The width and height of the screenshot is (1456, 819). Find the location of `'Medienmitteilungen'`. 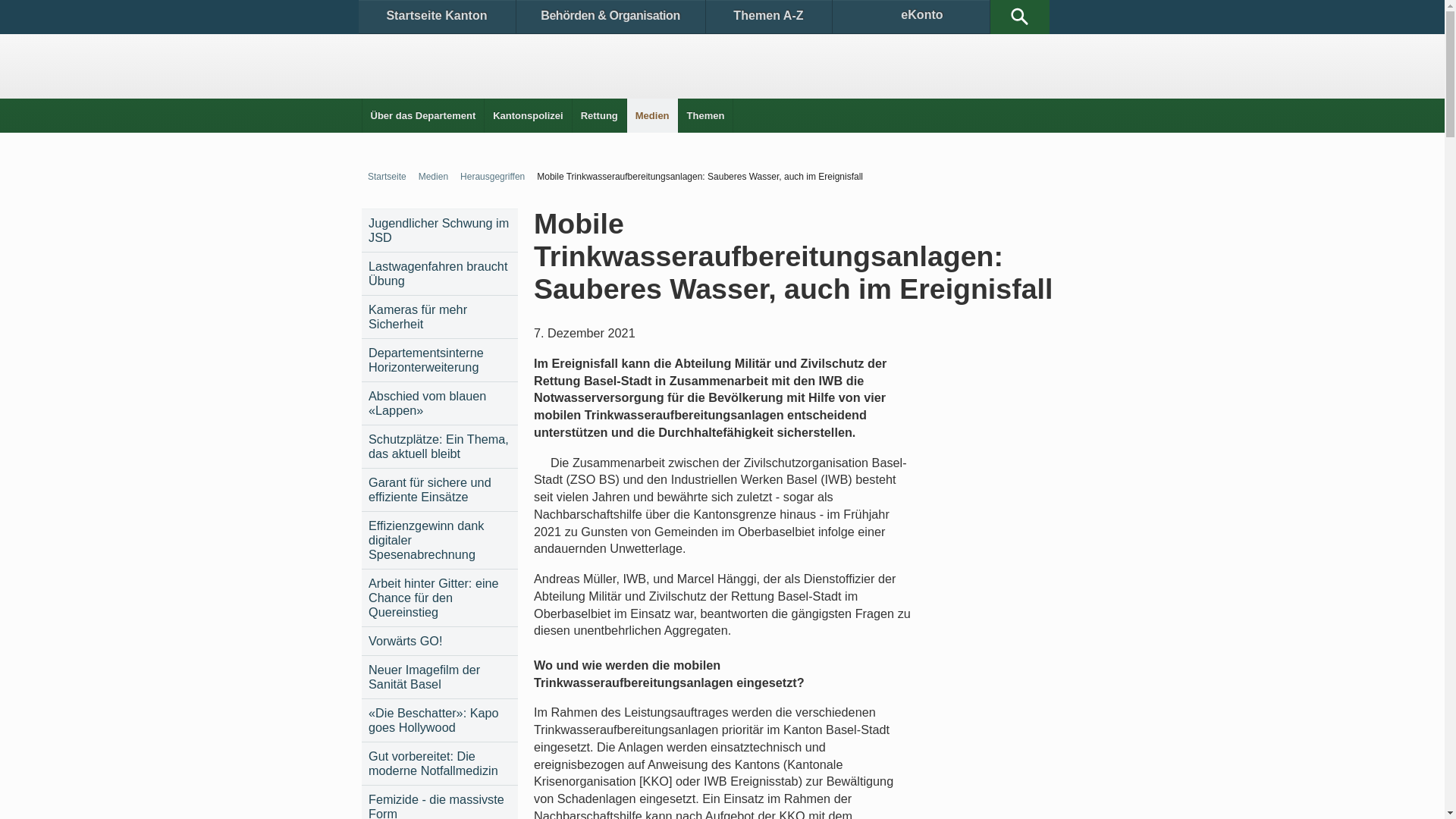

'Medienmitteilungen' is located at coordinates (416, 46).